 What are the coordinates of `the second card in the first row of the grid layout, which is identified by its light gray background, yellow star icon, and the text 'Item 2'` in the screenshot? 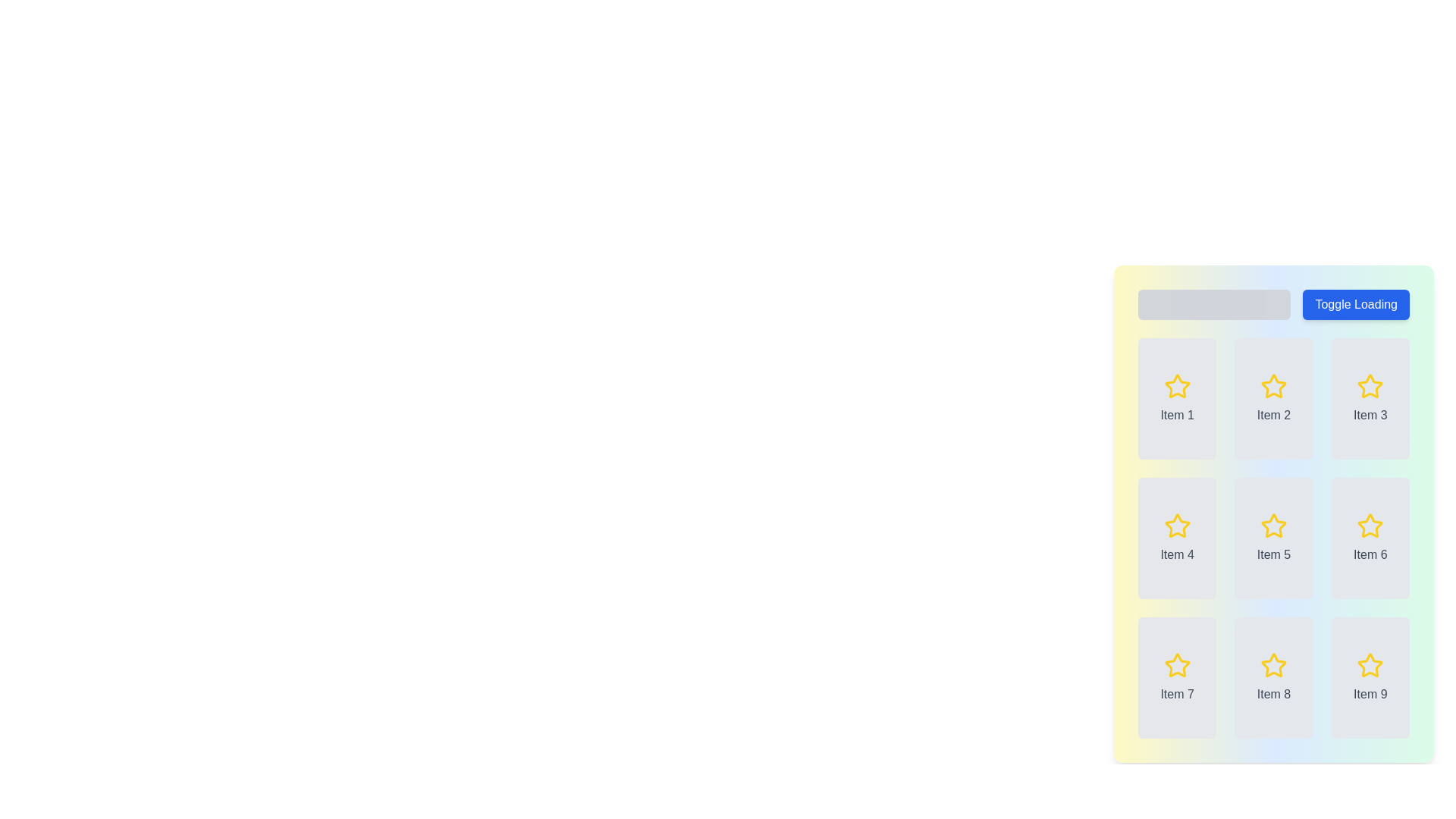 It's located at (1274, 397).